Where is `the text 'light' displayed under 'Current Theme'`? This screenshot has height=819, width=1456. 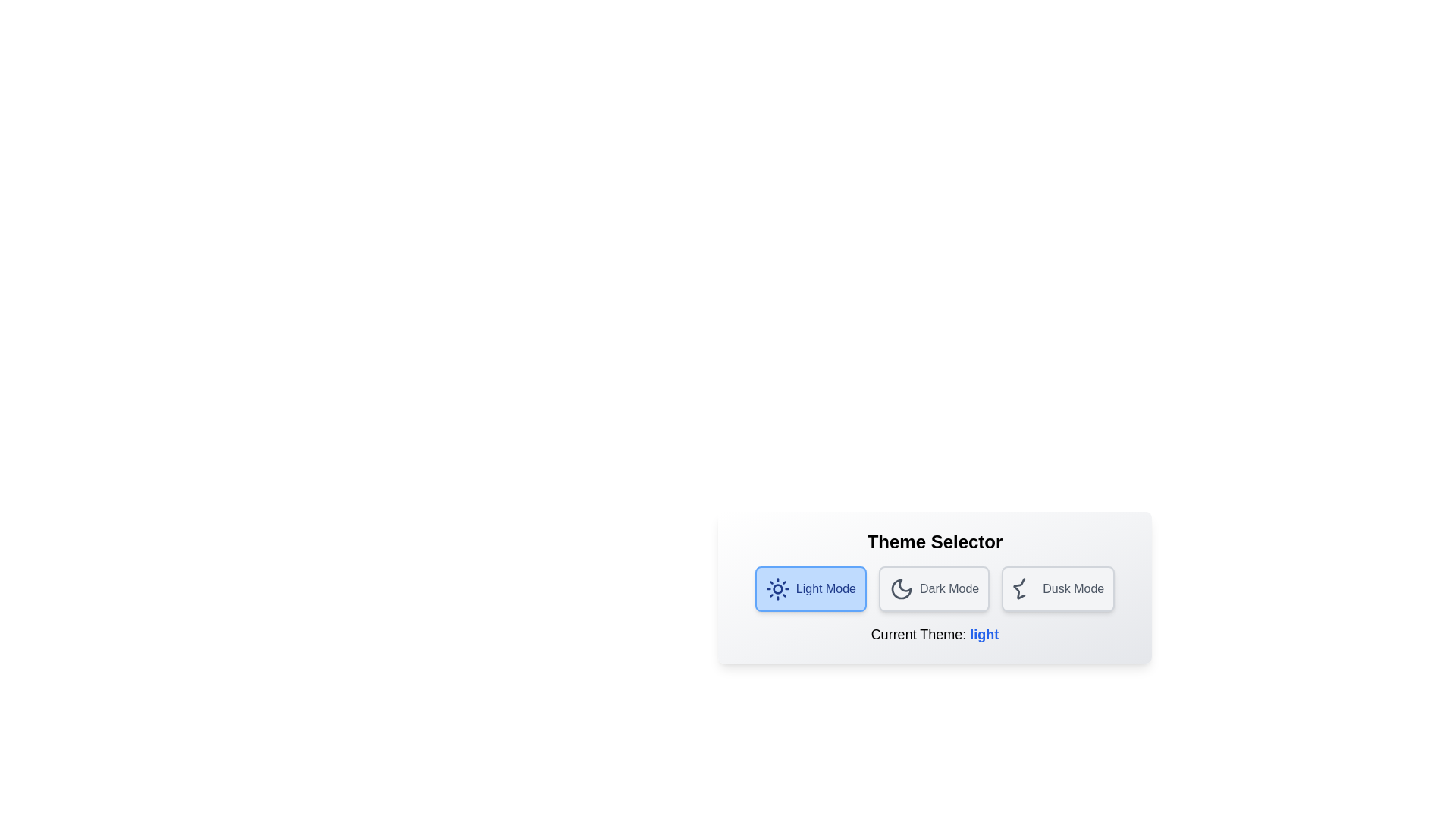
the text 'light' displayed under 'Current Theme' is located at coordinates (984, 635).